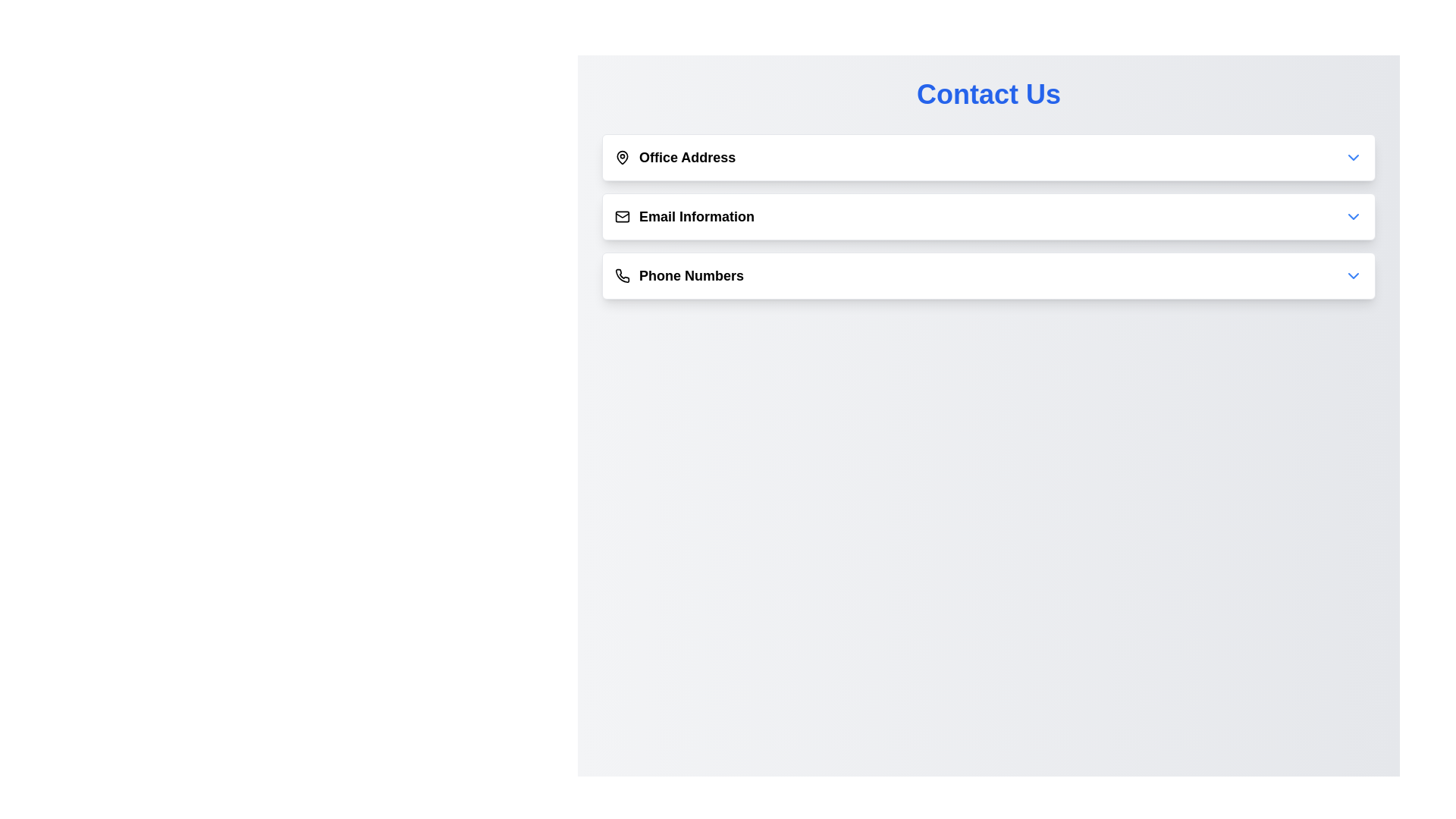  I want to click on the 'Office Address' label with an icon located at the top of the vertically stacked list under the 'Contact Us' header, so click(674, 158).